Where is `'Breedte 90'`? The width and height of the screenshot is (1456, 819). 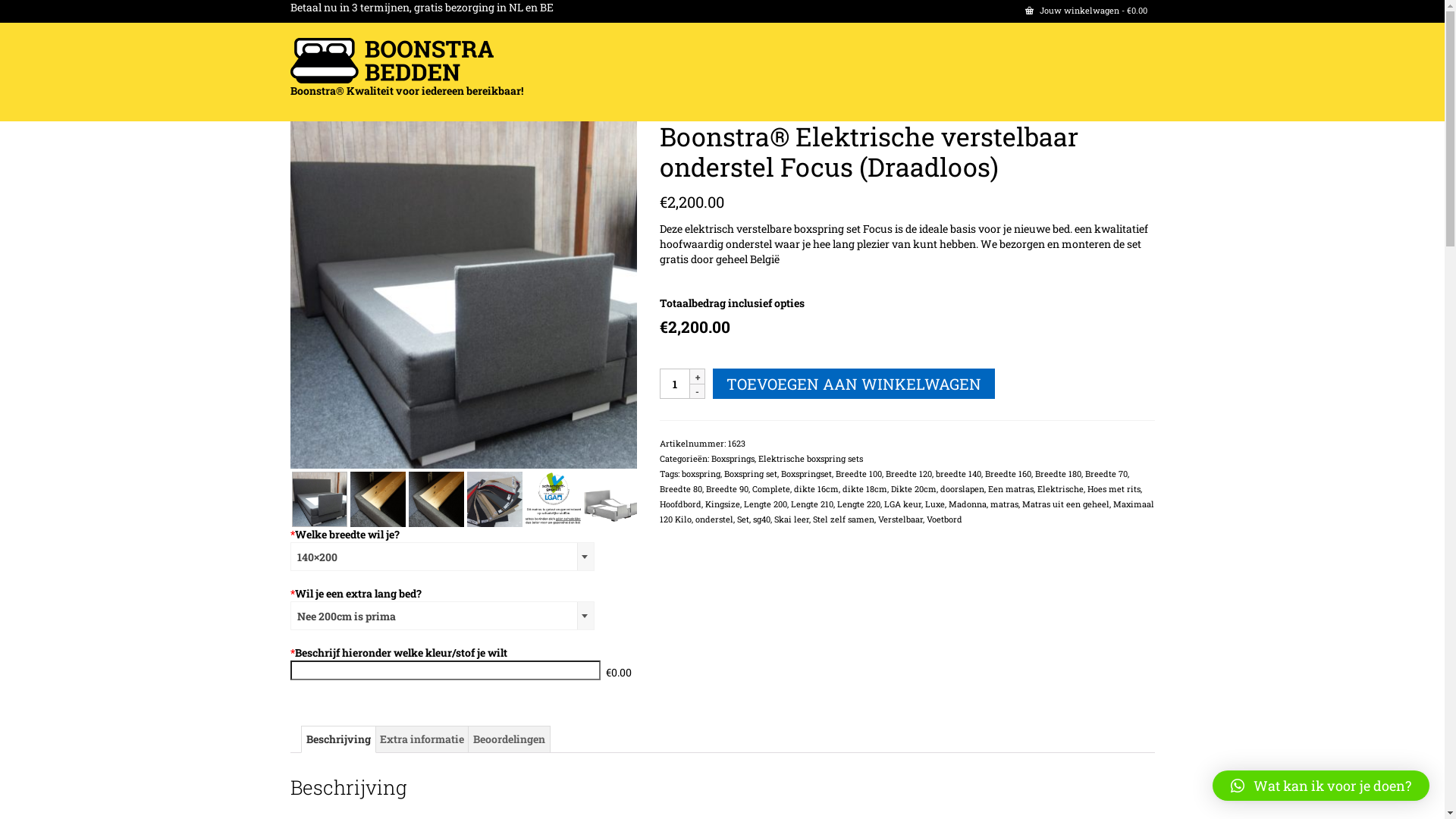 'Breedte 90' is located at coordinates (726, 488).